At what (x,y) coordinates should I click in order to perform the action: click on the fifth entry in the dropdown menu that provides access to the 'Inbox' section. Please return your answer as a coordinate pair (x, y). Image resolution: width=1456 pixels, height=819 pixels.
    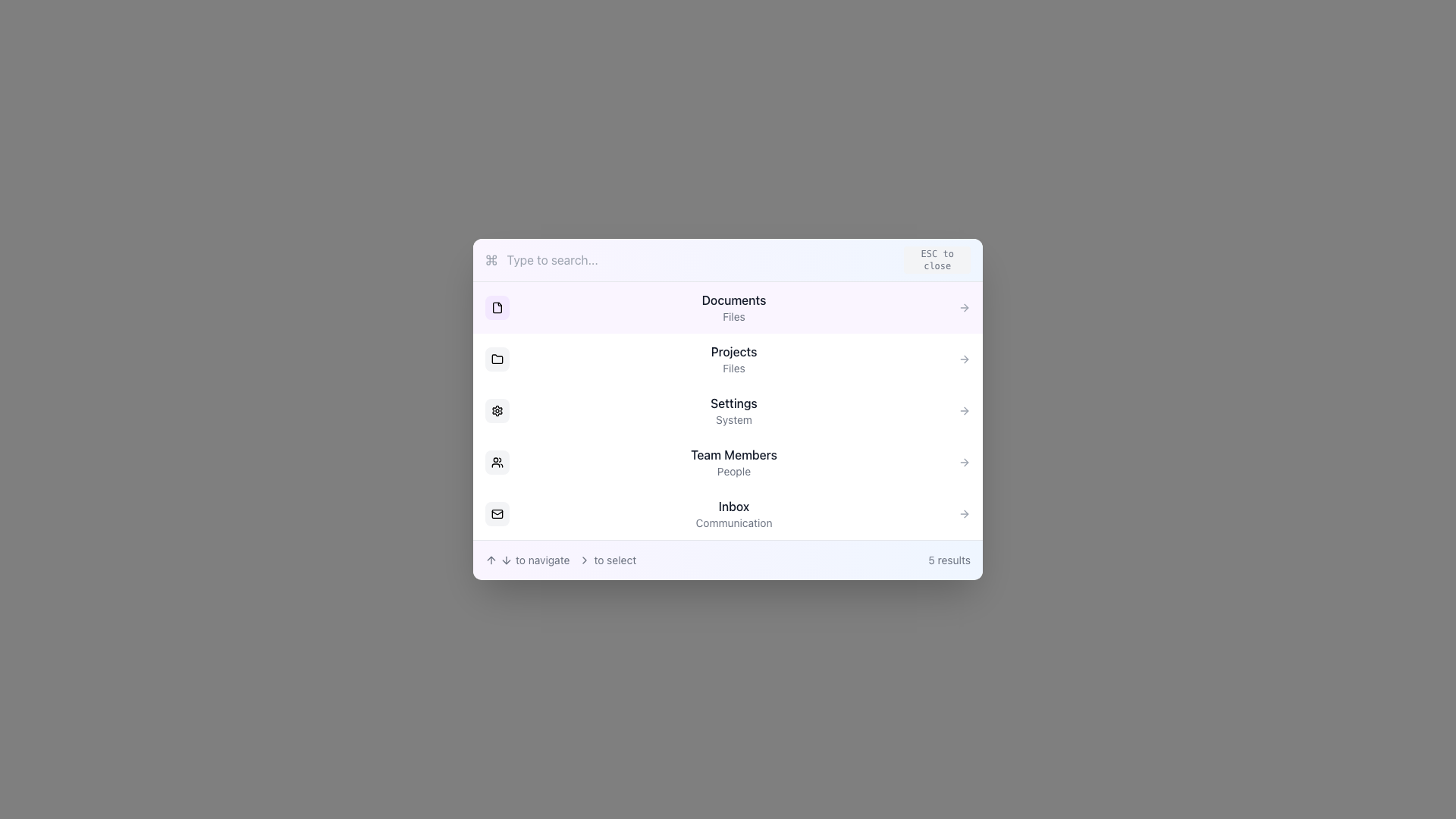
    Looking at the image, I should click on (728, 513).